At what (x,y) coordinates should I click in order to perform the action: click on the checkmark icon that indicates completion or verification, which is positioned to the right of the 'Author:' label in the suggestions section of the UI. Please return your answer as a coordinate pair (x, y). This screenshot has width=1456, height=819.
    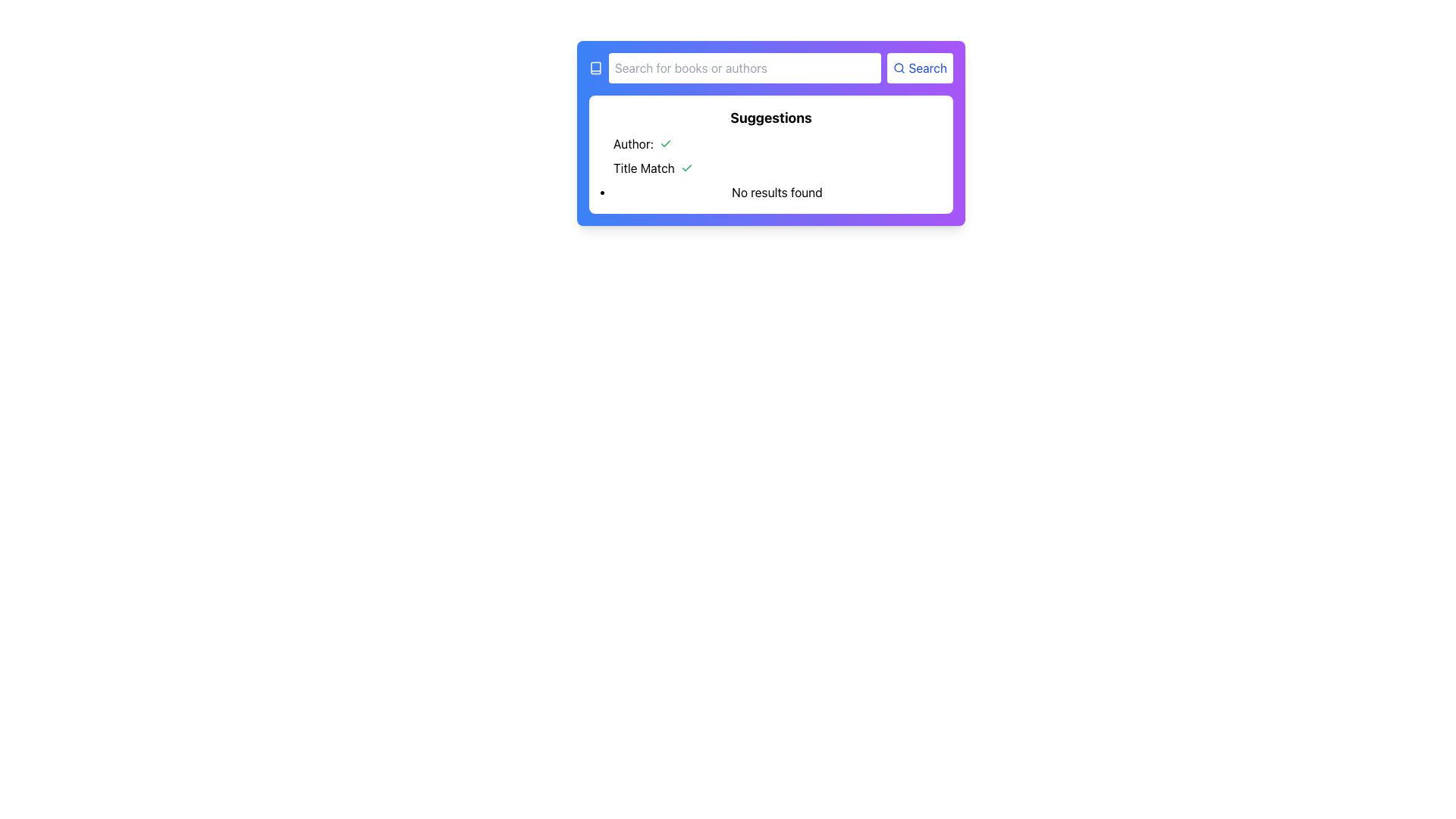
    Looking at the image, I should click on (666, 143).